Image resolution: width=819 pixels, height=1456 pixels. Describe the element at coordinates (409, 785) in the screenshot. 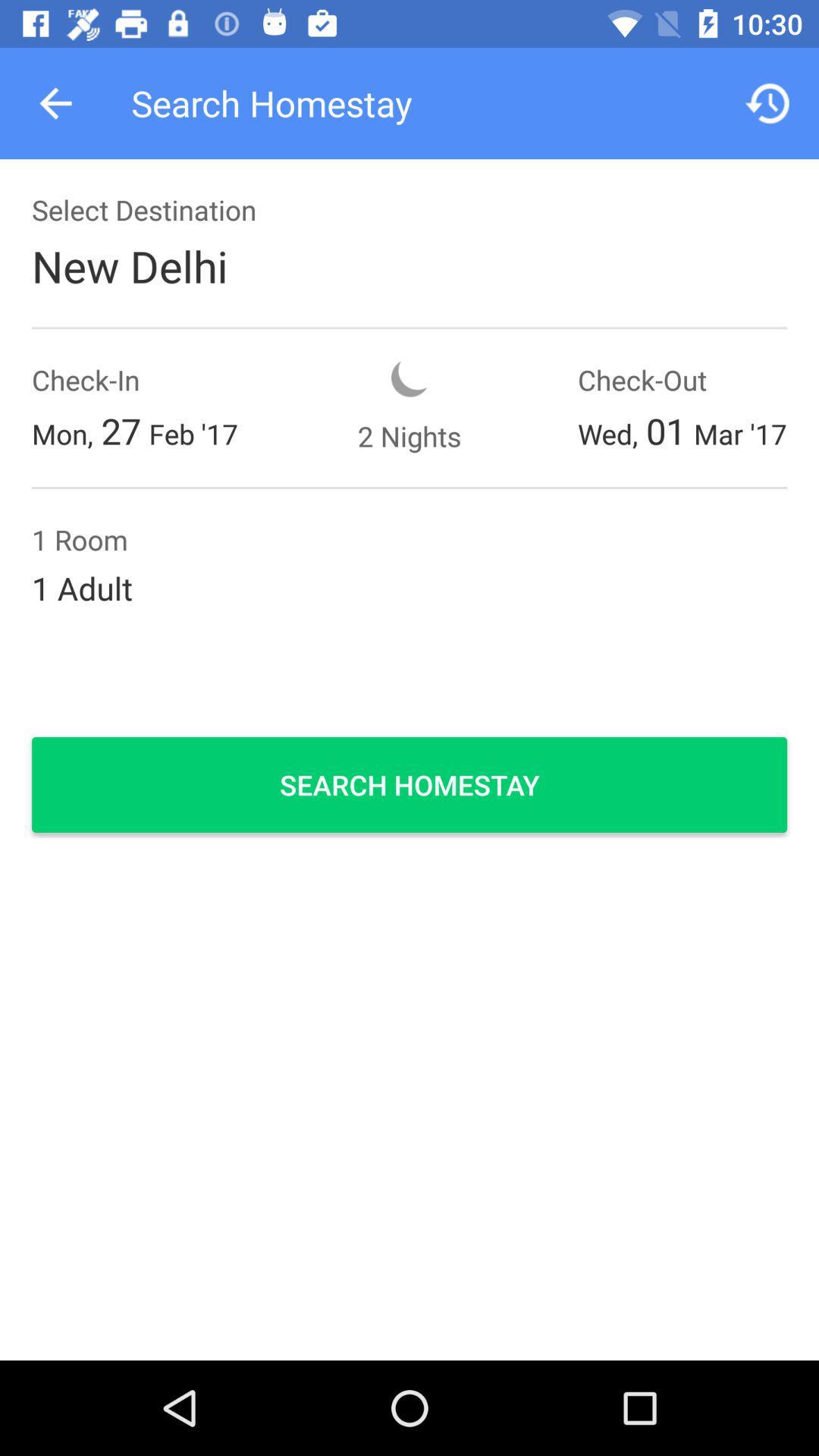

I see `the button  search home stay on the web page` at that location.